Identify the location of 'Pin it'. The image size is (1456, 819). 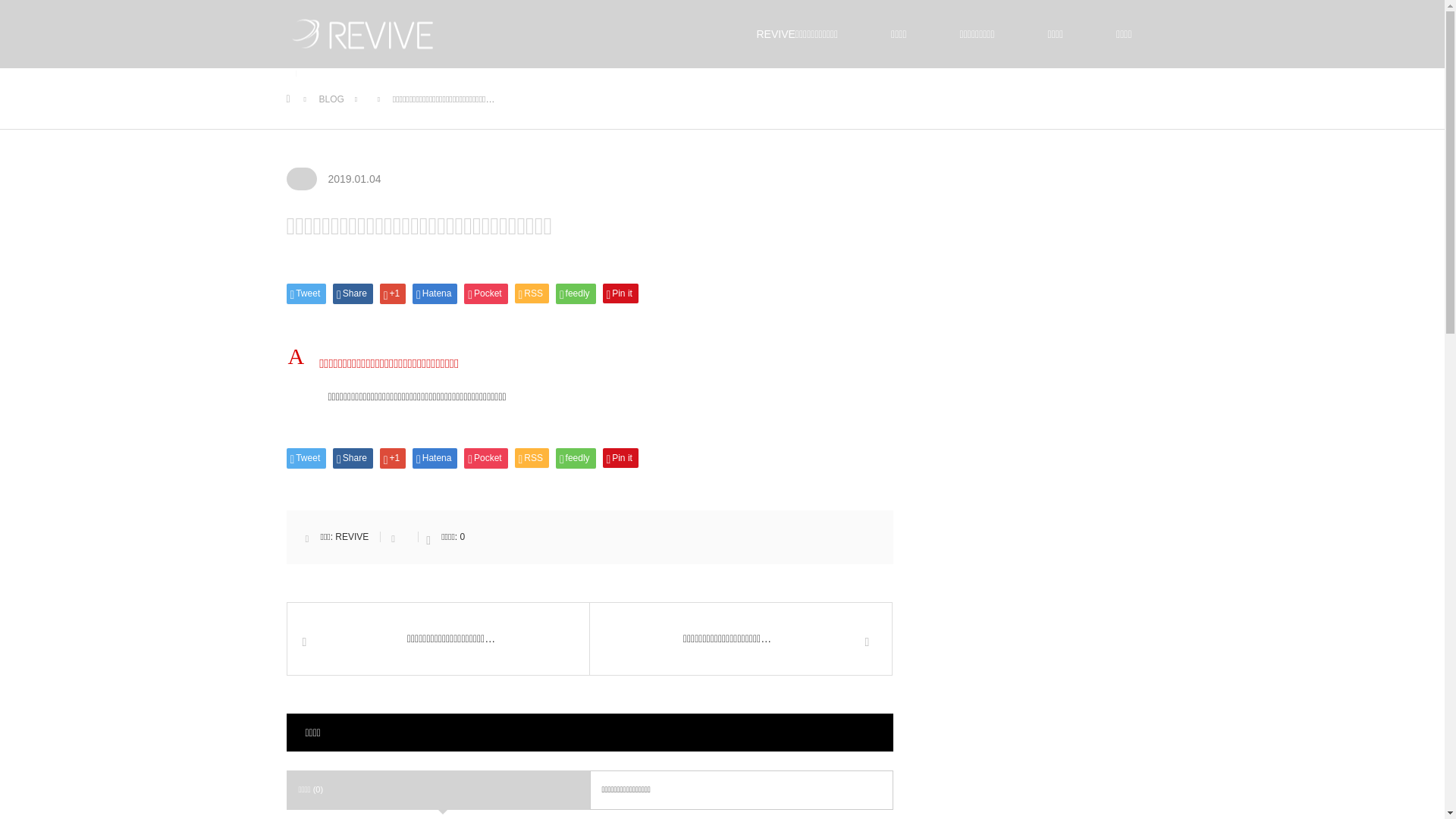
(620, 293).